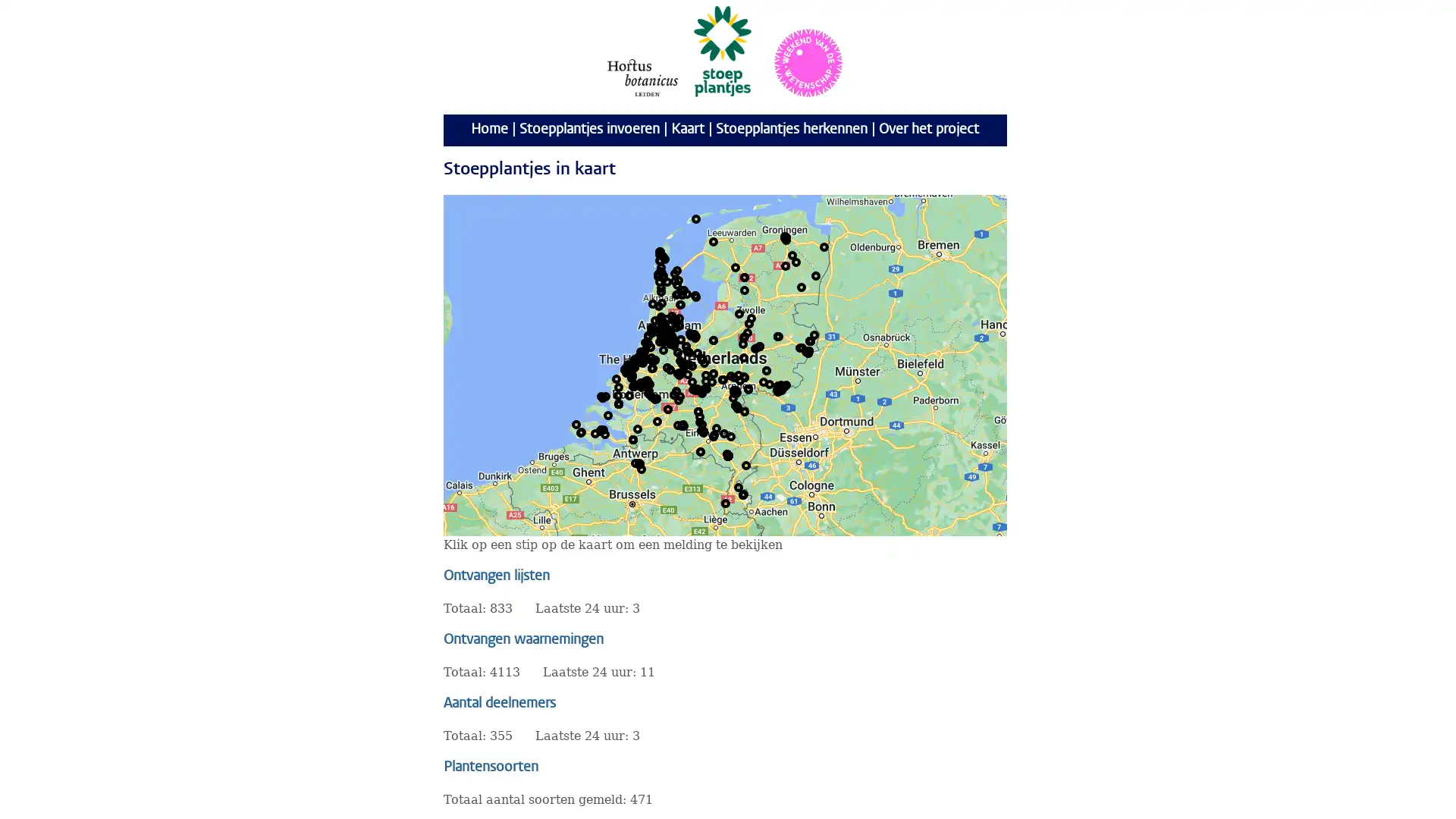 Image resolution: width=1456 pixels, height=819 pixels. Describe the element at coordinates (669, 333) in the screenshot. I see `Telling van NG op 14 april 2022` at that location.